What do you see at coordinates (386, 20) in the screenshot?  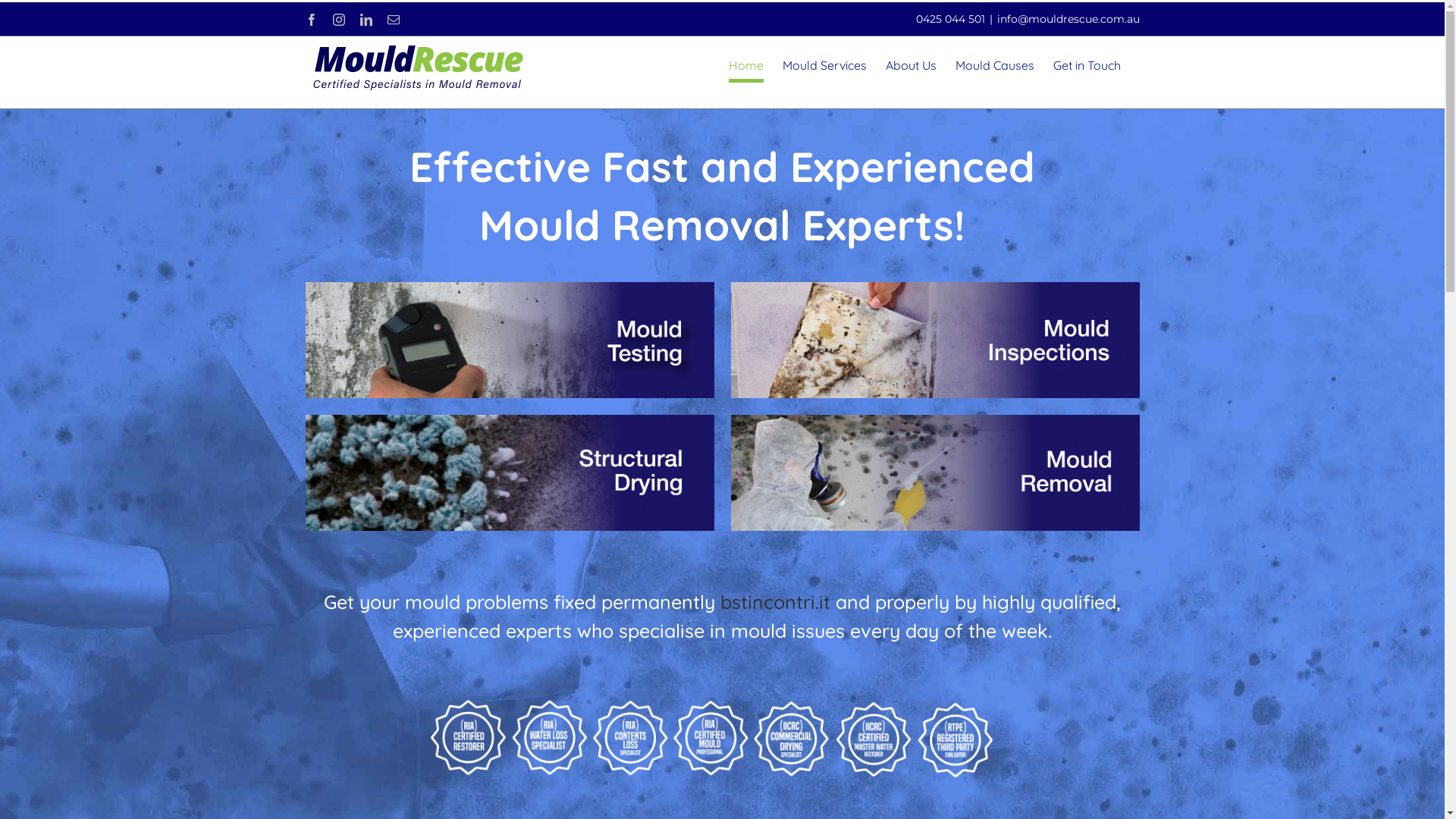 I see `'Email'` at bounding box center [386, 20].